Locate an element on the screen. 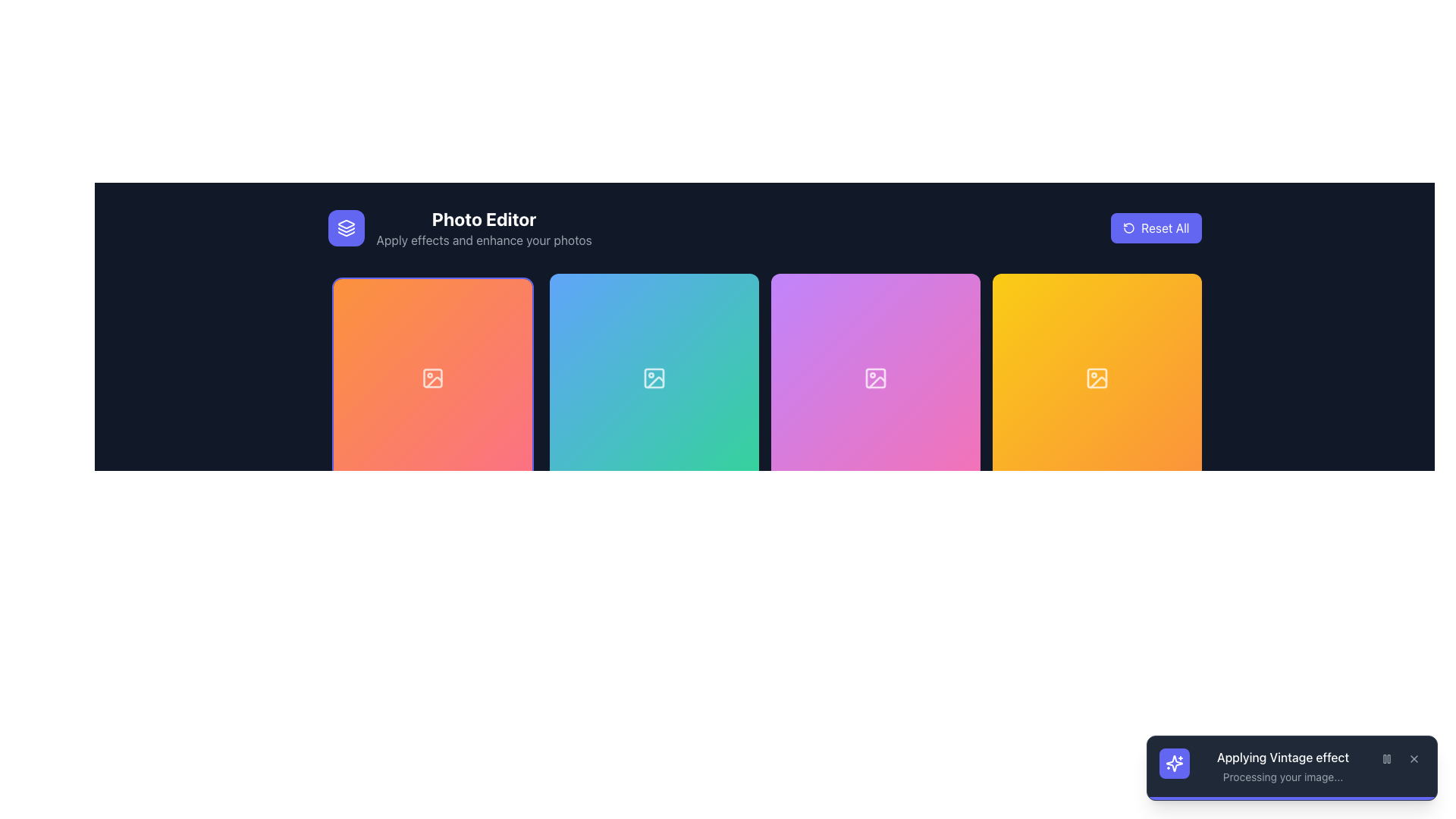 The width and height of the screenshot is (1456, 819). the progress bar which is a small rectangular bar styled as a progress indicator, located beneath the notification popup labeled 'Applying Vintage effectProcessing your image...' is located at coordinates (1291, 798).